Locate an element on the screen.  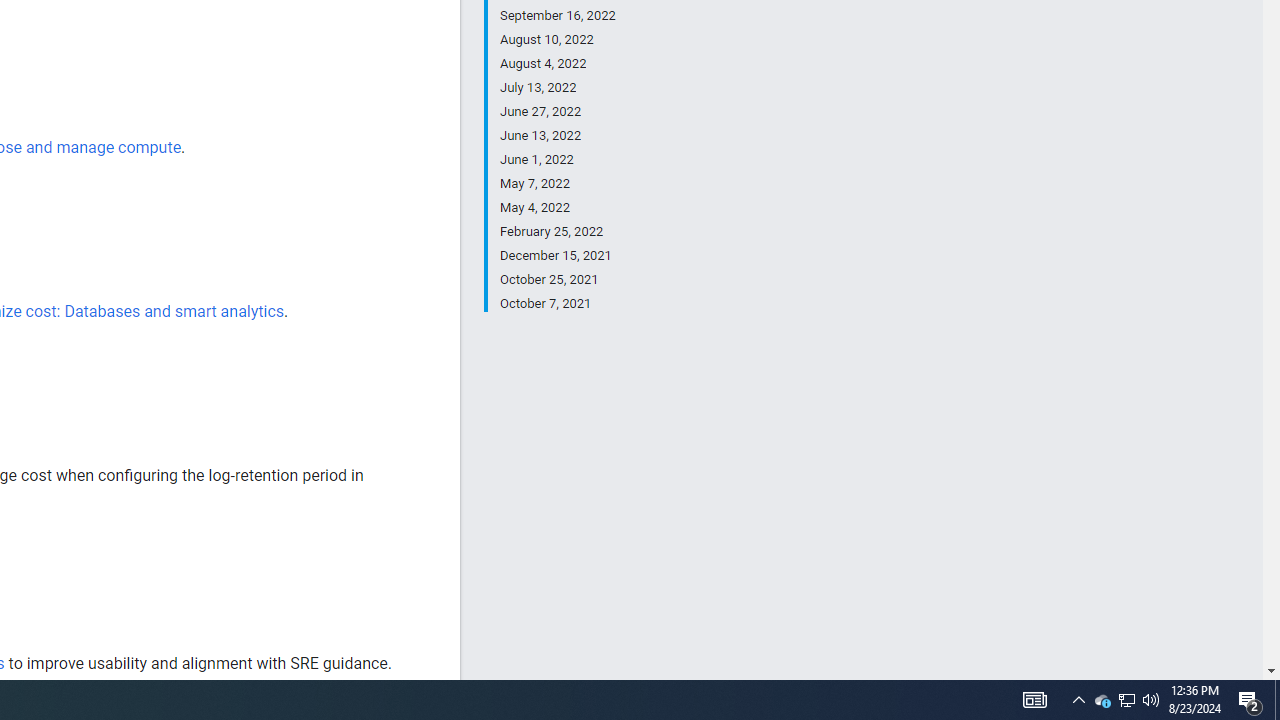
'May 4, 2022' is located at coordinates (557, 208).